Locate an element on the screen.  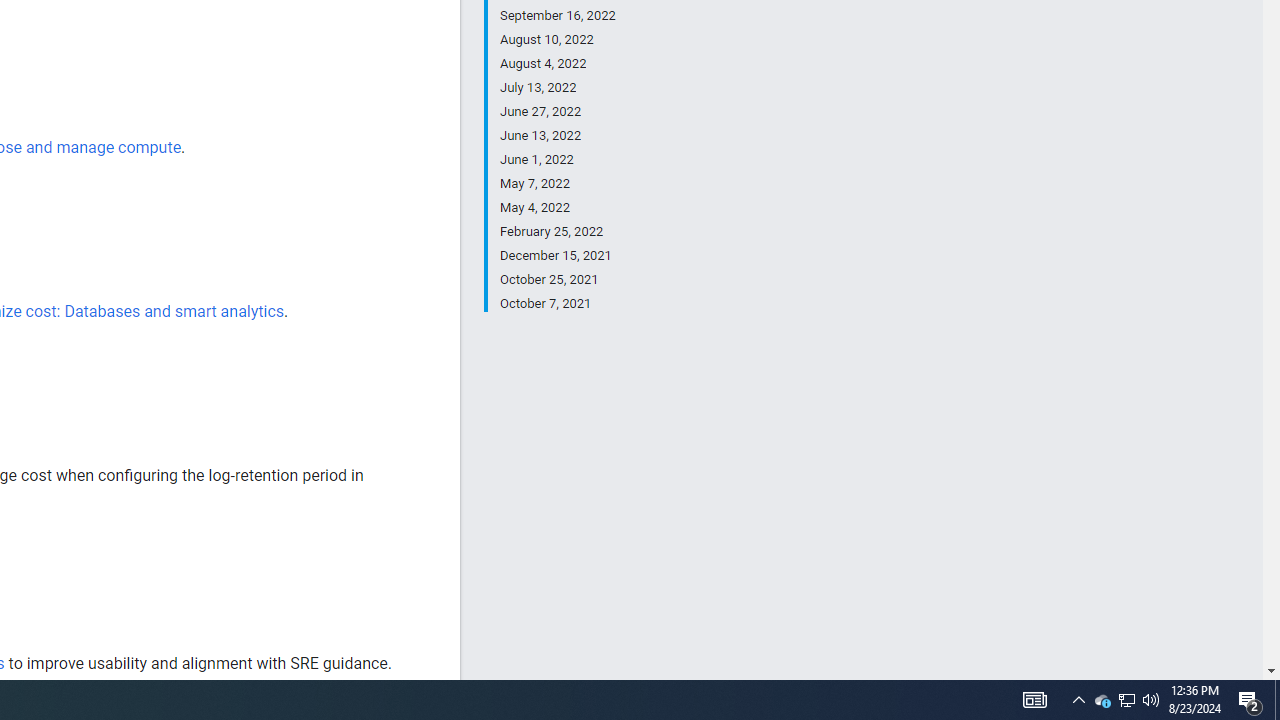
'May 4, 2022' is located at coordinates (557, 208).